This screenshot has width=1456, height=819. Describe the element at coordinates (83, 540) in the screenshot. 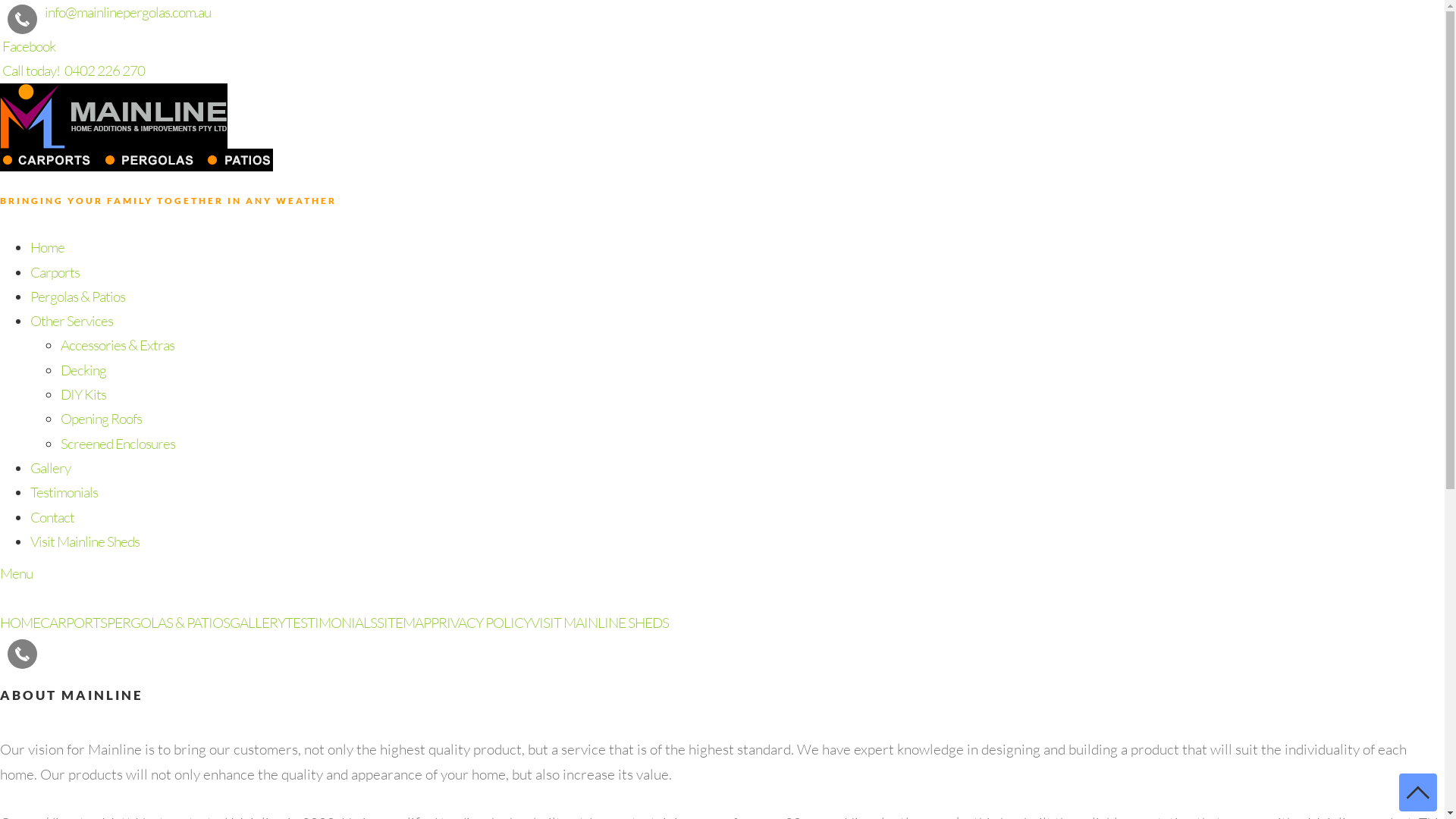

I see `'Visit Mainline Sheds'` at that location.